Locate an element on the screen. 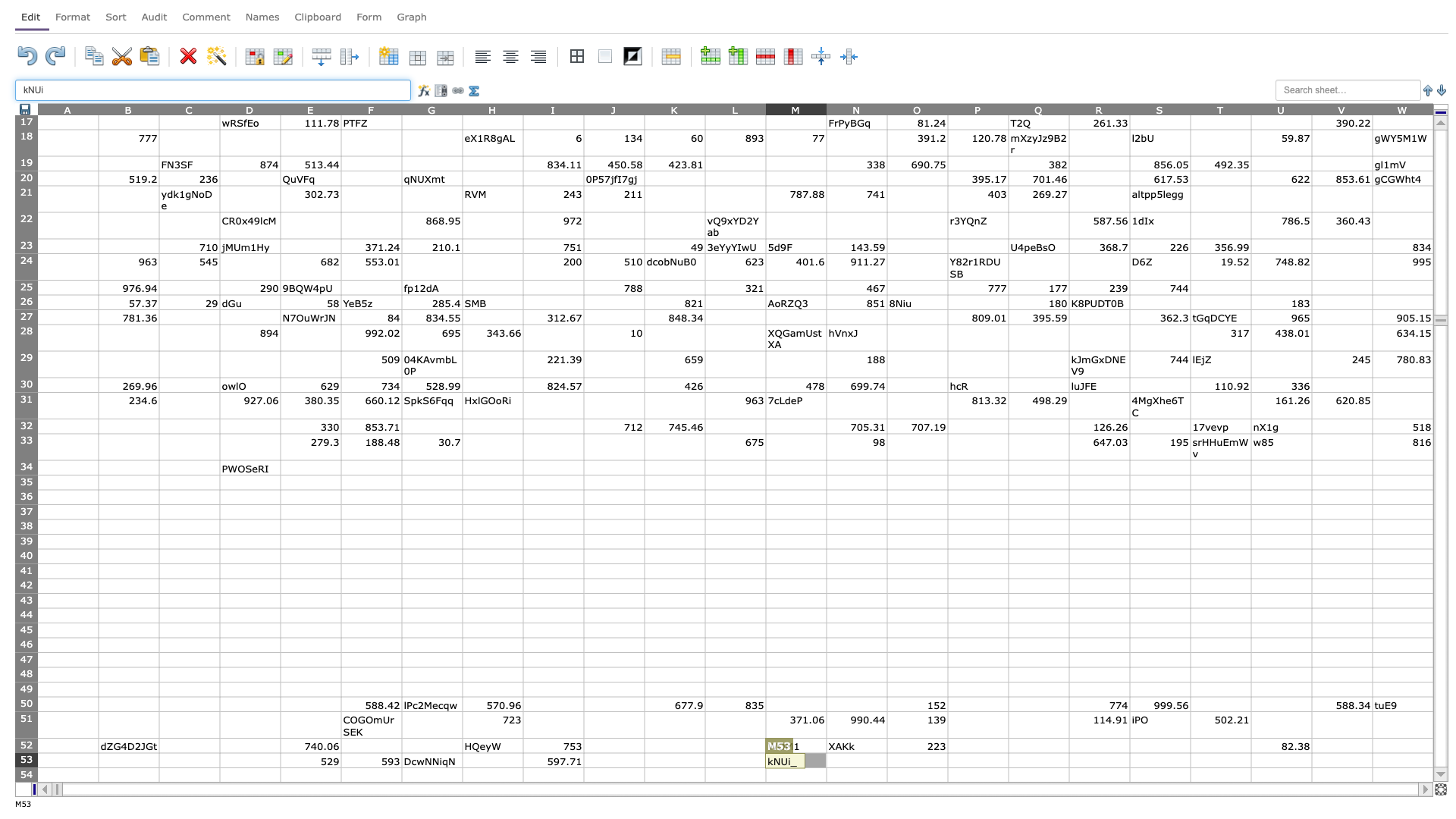 The width and height of the screenshot is (1456, 819). Top left corner of cell Q-53 is located at coordinates (1008, 752).